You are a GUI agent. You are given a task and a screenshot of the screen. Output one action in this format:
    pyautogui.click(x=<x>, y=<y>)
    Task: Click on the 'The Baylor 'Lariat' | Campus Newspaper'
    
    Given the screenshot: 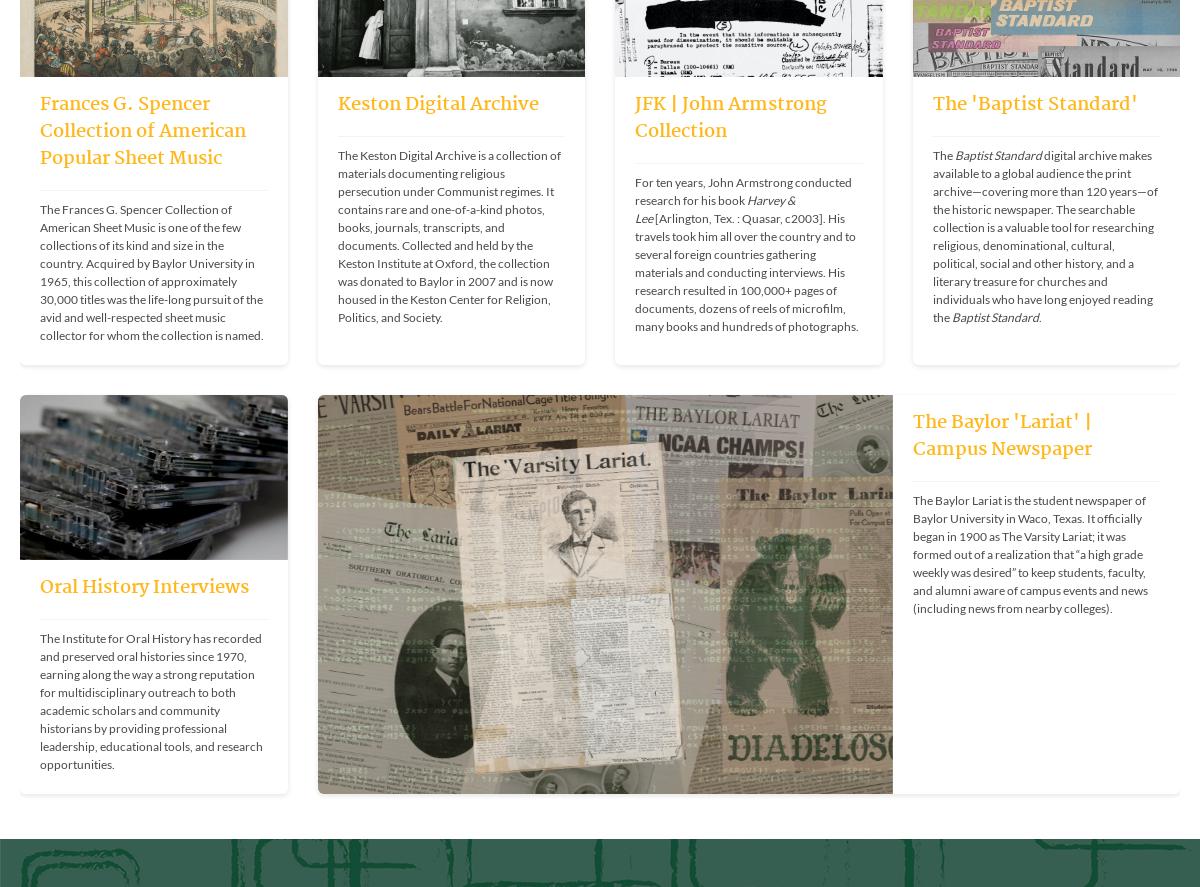 What is the action you would take?
    pyautogui.click(x=1001, y=435)
    